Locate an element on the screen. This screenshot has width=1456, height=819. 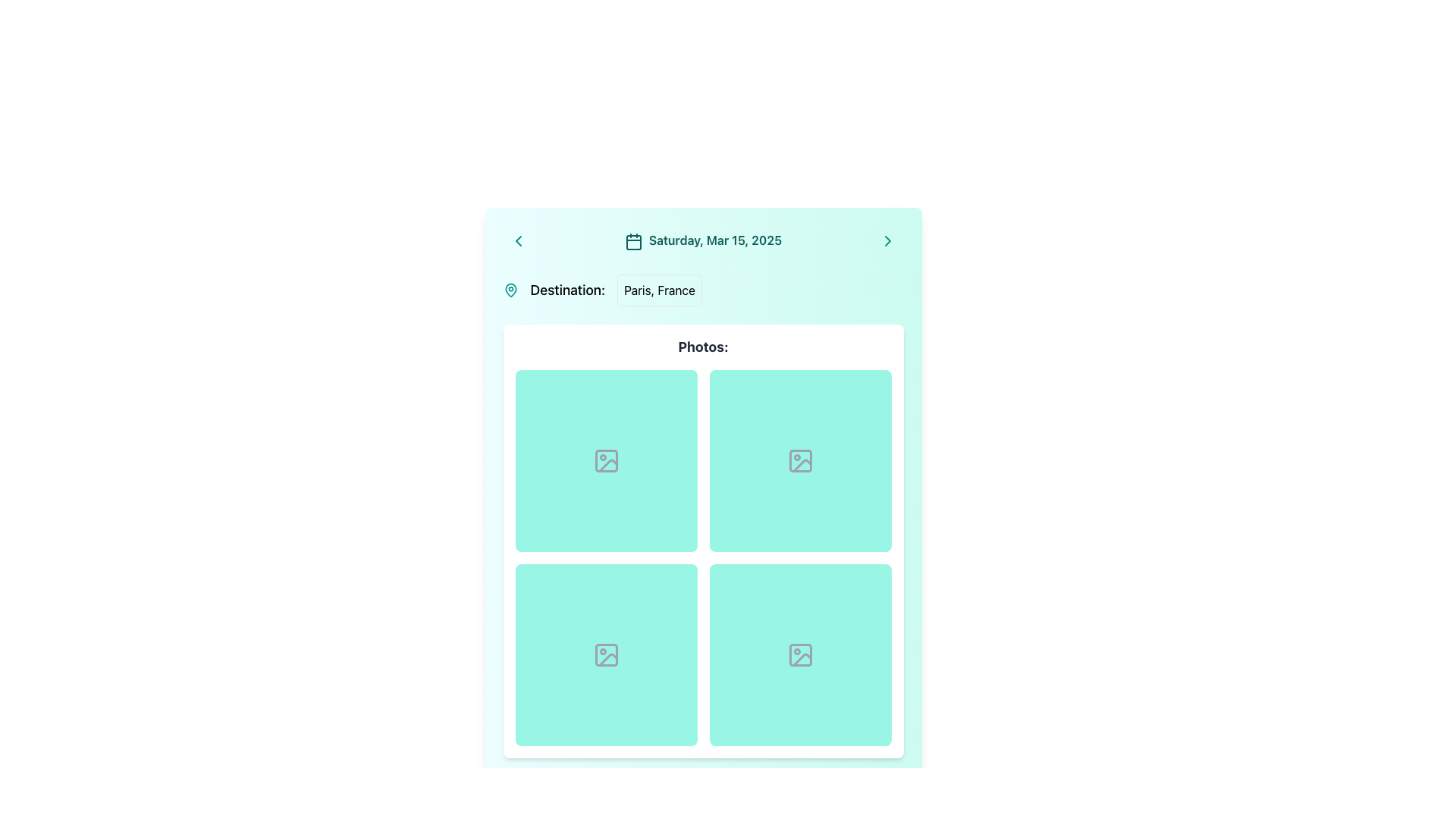
the teal-colored chevron arrow button pointing left, located in the top-left corner of the interface is located at coordinates (518, 240).